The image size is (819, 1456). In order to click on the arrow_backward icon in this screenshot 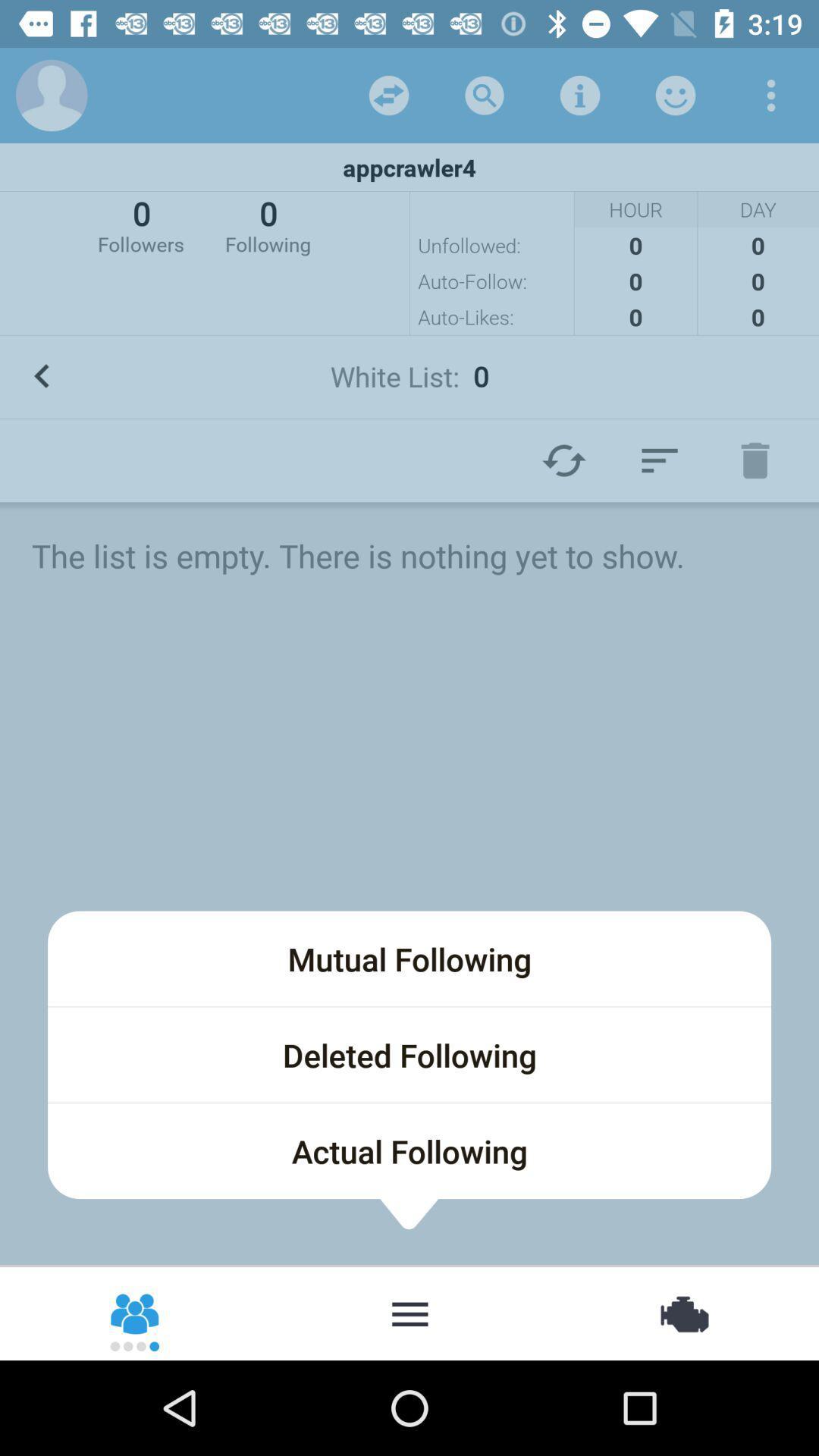, I will do `click(41, 376)`.